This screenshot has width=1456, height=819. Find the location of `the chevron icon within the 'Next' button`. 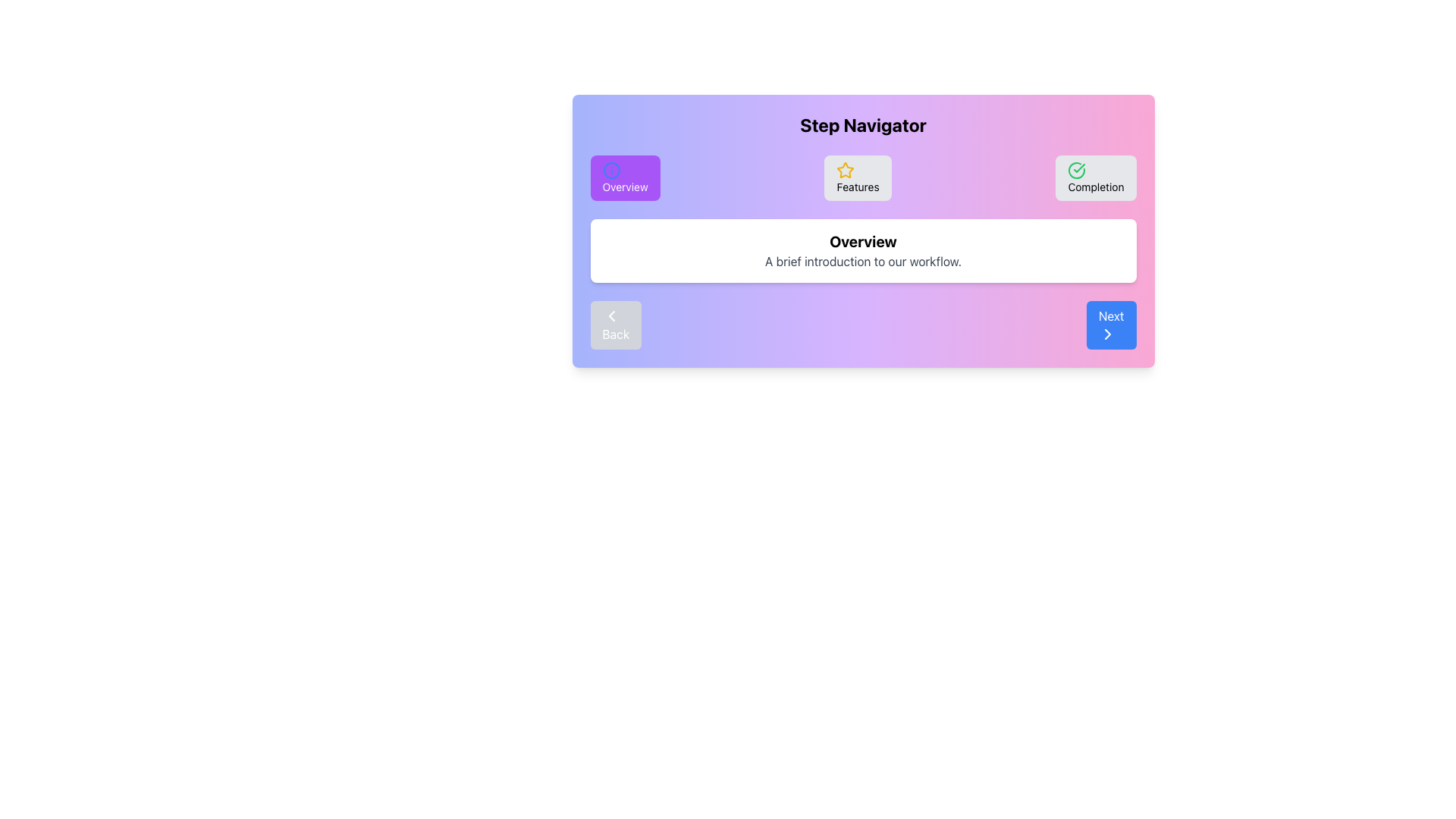

the chevron icon within the 'Next' button is located at coordinates (1107, 333).